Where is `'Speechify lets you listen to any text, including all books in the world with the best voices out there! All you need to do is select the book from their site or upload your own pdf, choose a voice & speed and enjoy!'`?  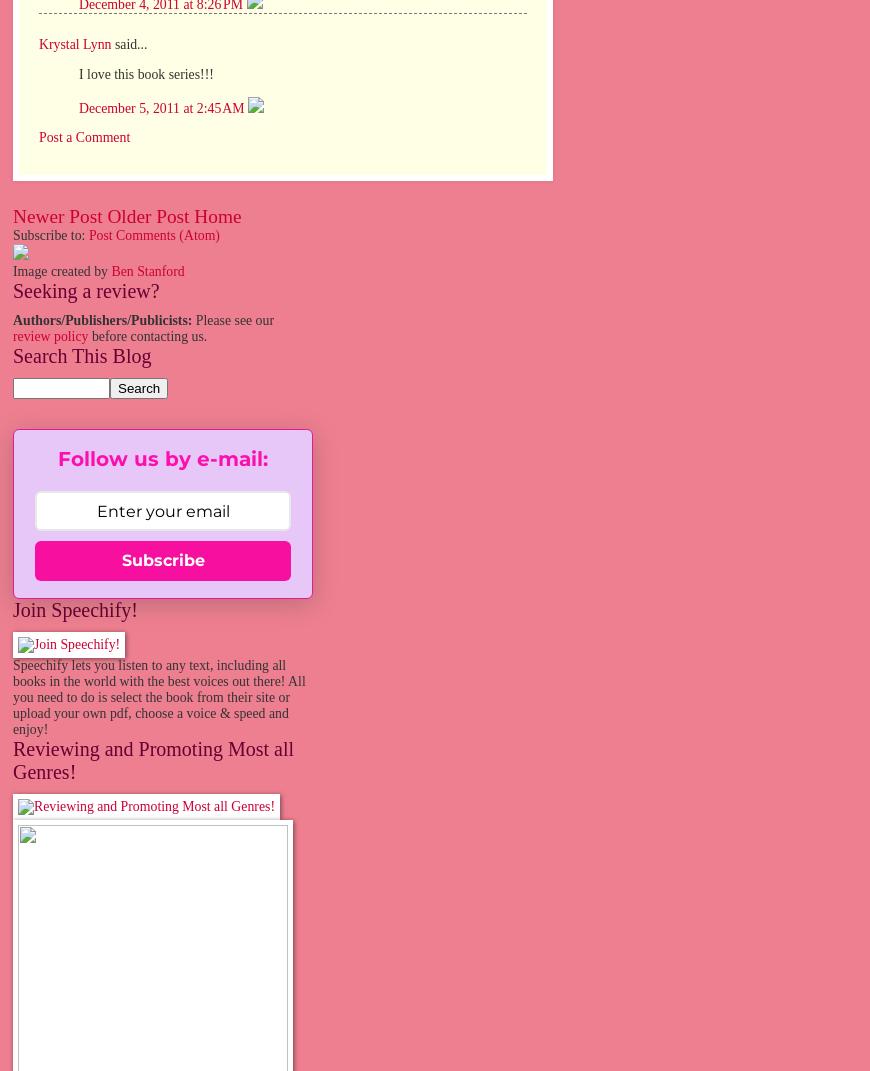
'Speechify lets you listen to any text, including all books in the world with the best voices out there! All you need to do is select the book from their site or upload your own pdf, choose a voice & speed and enjoy!' is located at coordinates (158, 697).